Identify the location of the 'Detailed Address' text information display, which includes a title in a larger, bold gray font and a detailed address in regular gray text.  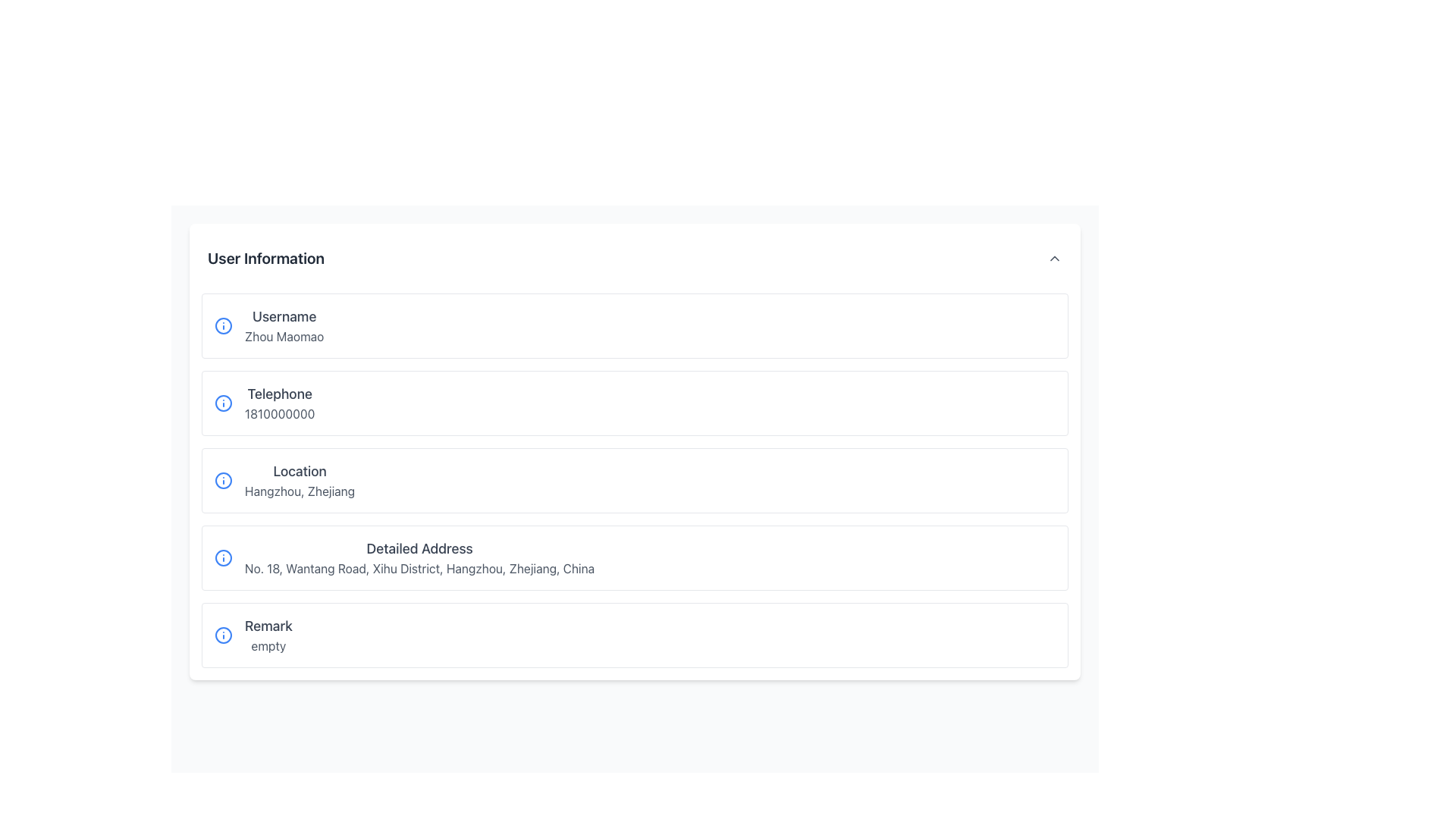
(419, 558).